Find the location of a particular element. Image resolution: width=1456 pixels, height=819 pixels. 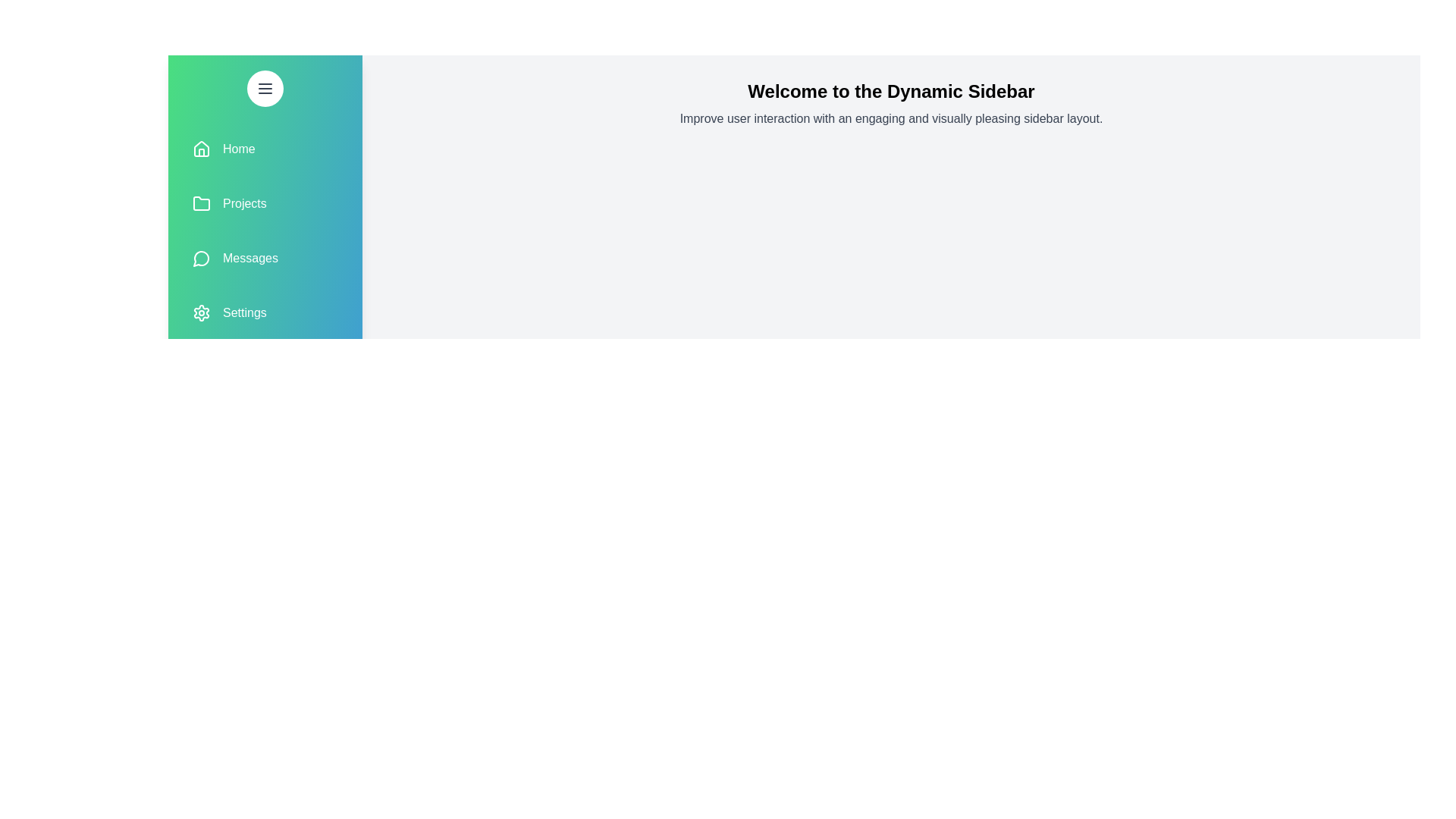

the sidebar menu item Home is located at coordinates (265, 149).